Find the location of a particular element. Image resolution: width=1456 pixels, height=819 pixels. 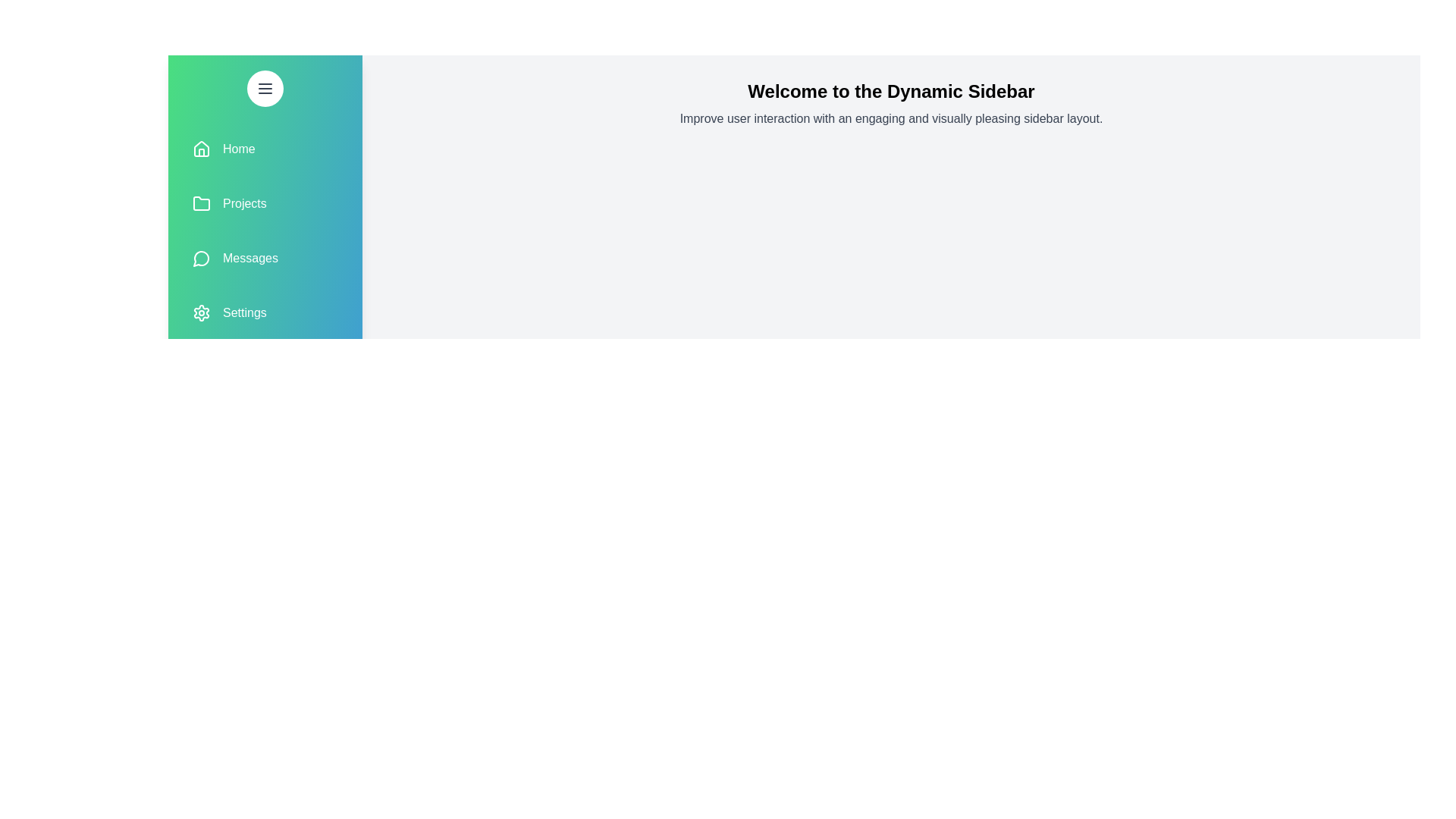

the sidebar menu item Home is located at coordinates (265, 149).